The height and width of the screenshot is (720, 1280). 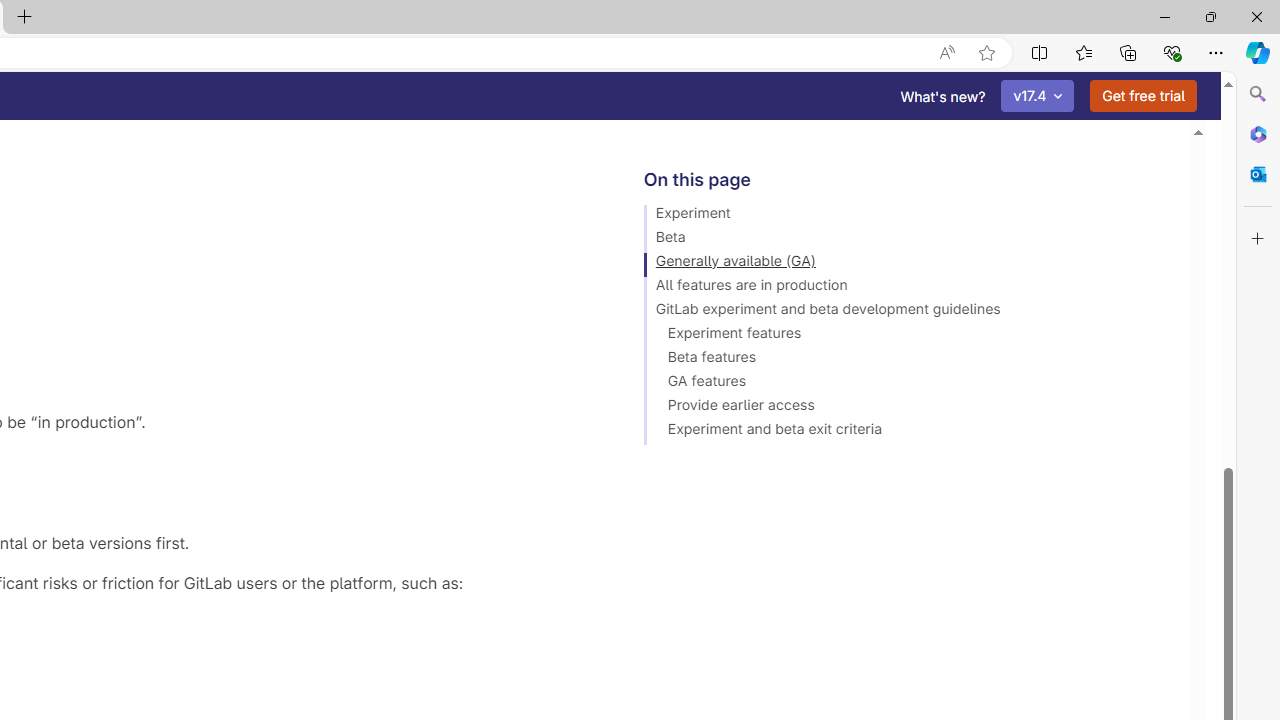 What do you see at coordinates (907, 431) in the screenshot?
I see `'Experiment and beta exit criteria'` at bounding box center [907, 431].